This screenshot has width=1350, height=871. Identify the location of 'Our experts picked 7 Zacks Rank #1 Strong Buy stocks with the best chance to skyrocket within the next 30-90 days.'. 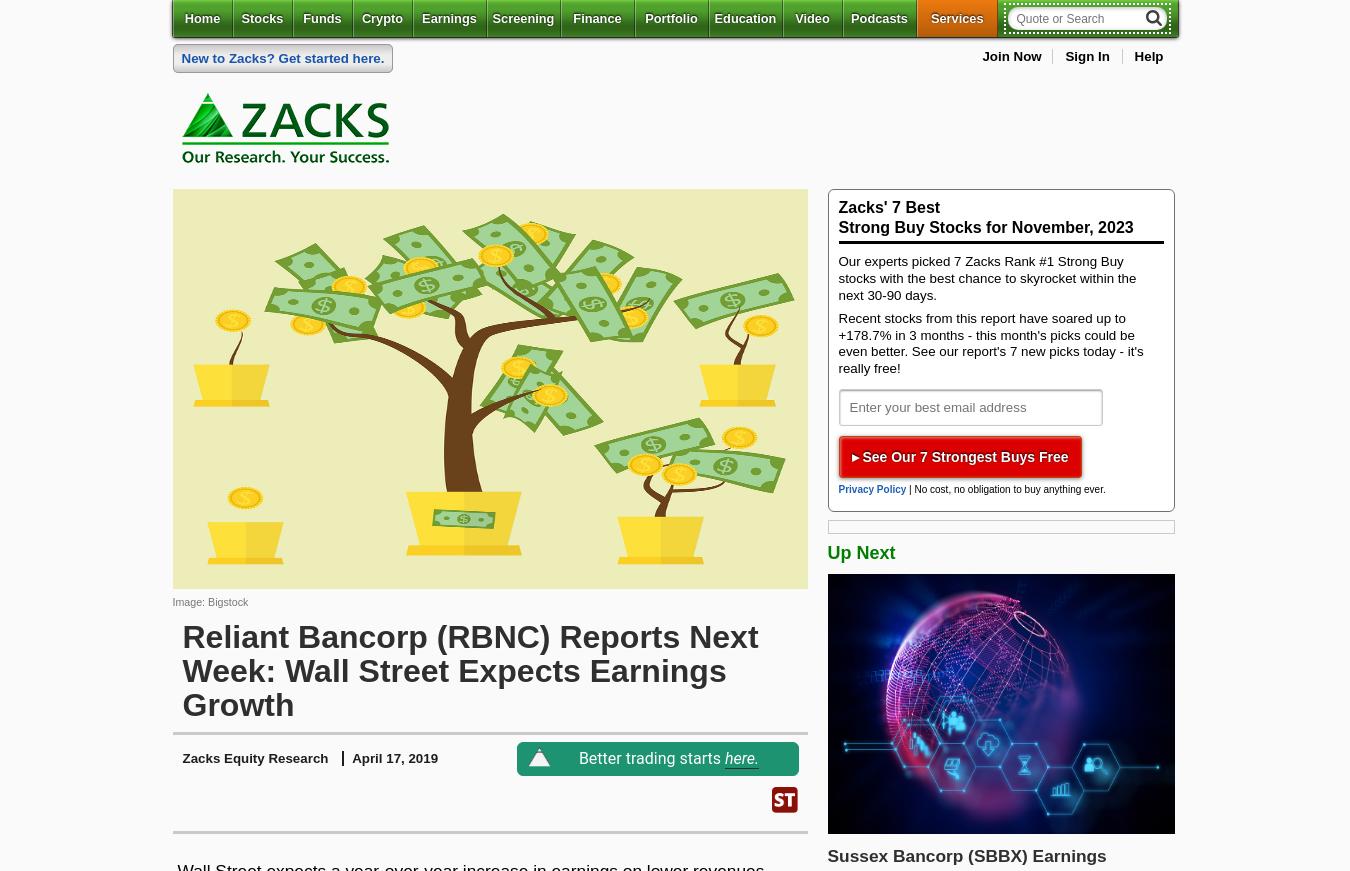
(837, 278).